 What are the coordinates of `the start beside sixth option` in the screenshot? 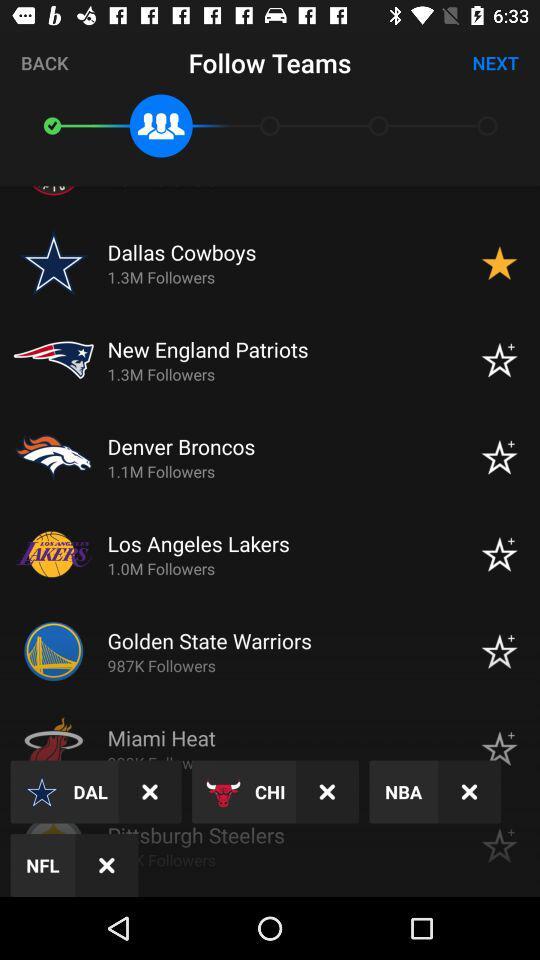 It's located at (498, 650).